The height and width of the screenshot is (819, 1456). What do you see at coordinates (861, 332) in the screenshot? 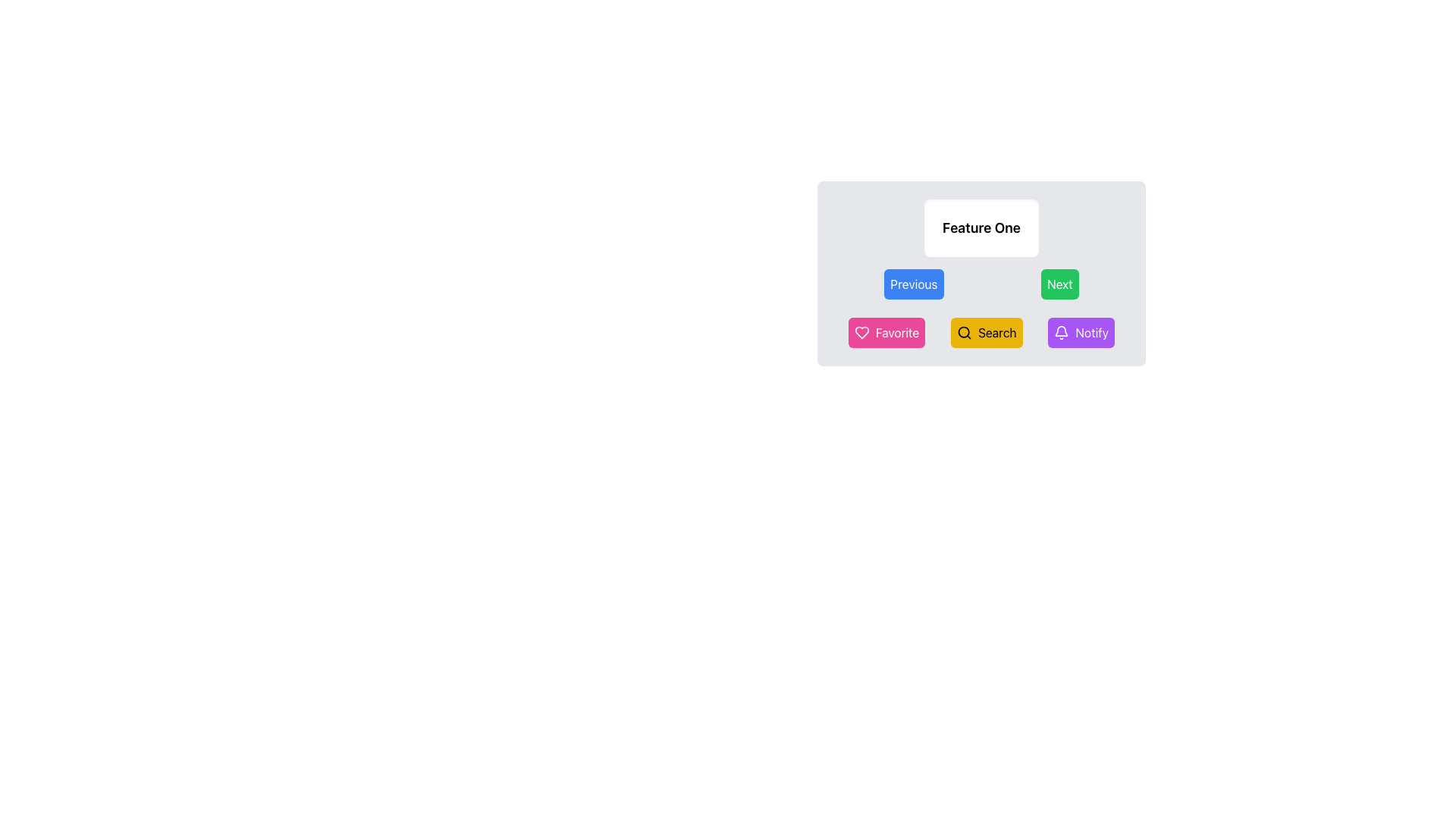
I see `the 'Favorite' icon button located in the second row of buttons, positioned to the left of the 'Search' button, to mark an item as favorite` at bounding box center [861, 332].